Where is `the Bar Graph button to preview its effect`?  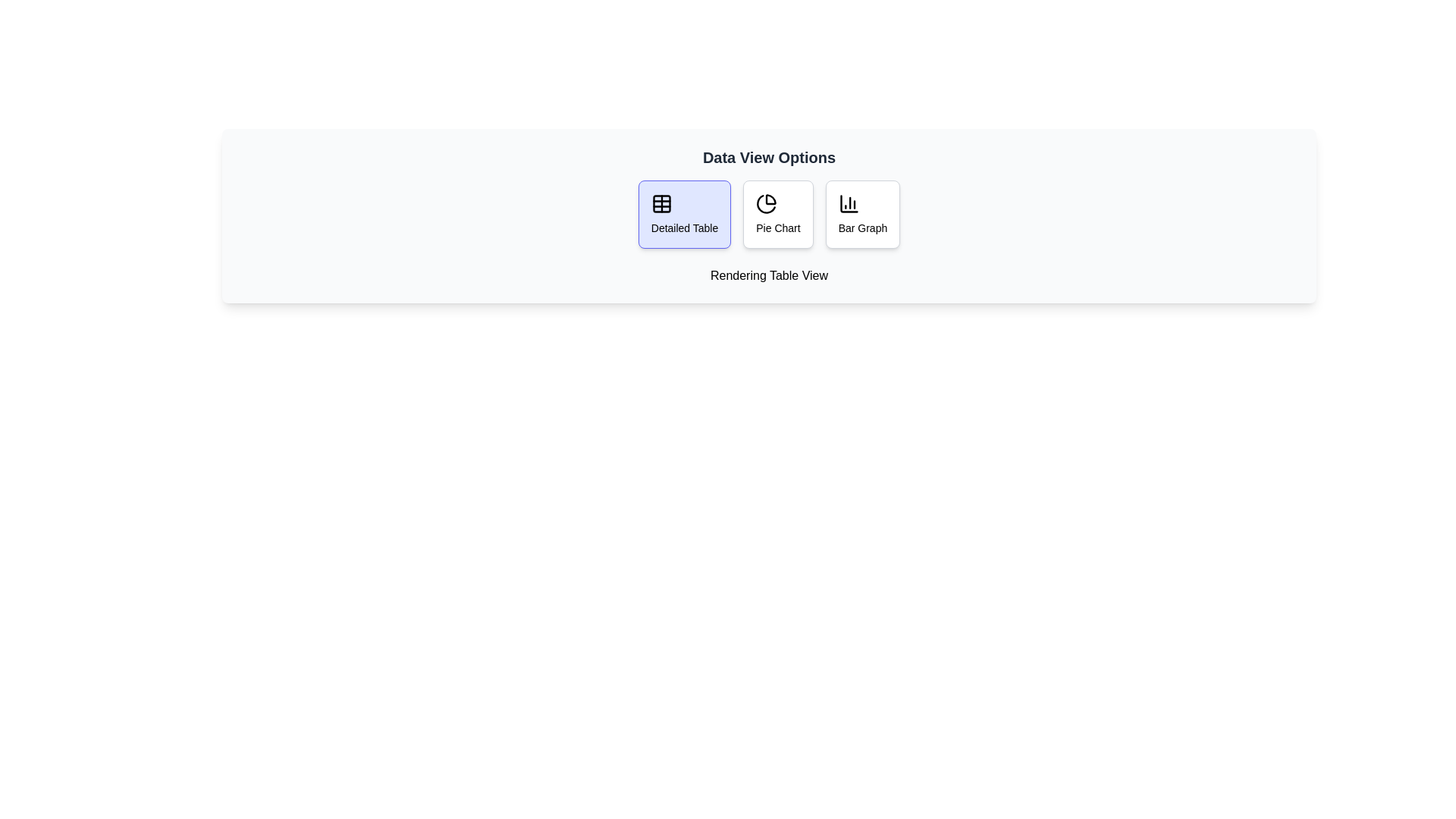
the Bar Graph button to preview its effect is located at coordinates (862, 214).